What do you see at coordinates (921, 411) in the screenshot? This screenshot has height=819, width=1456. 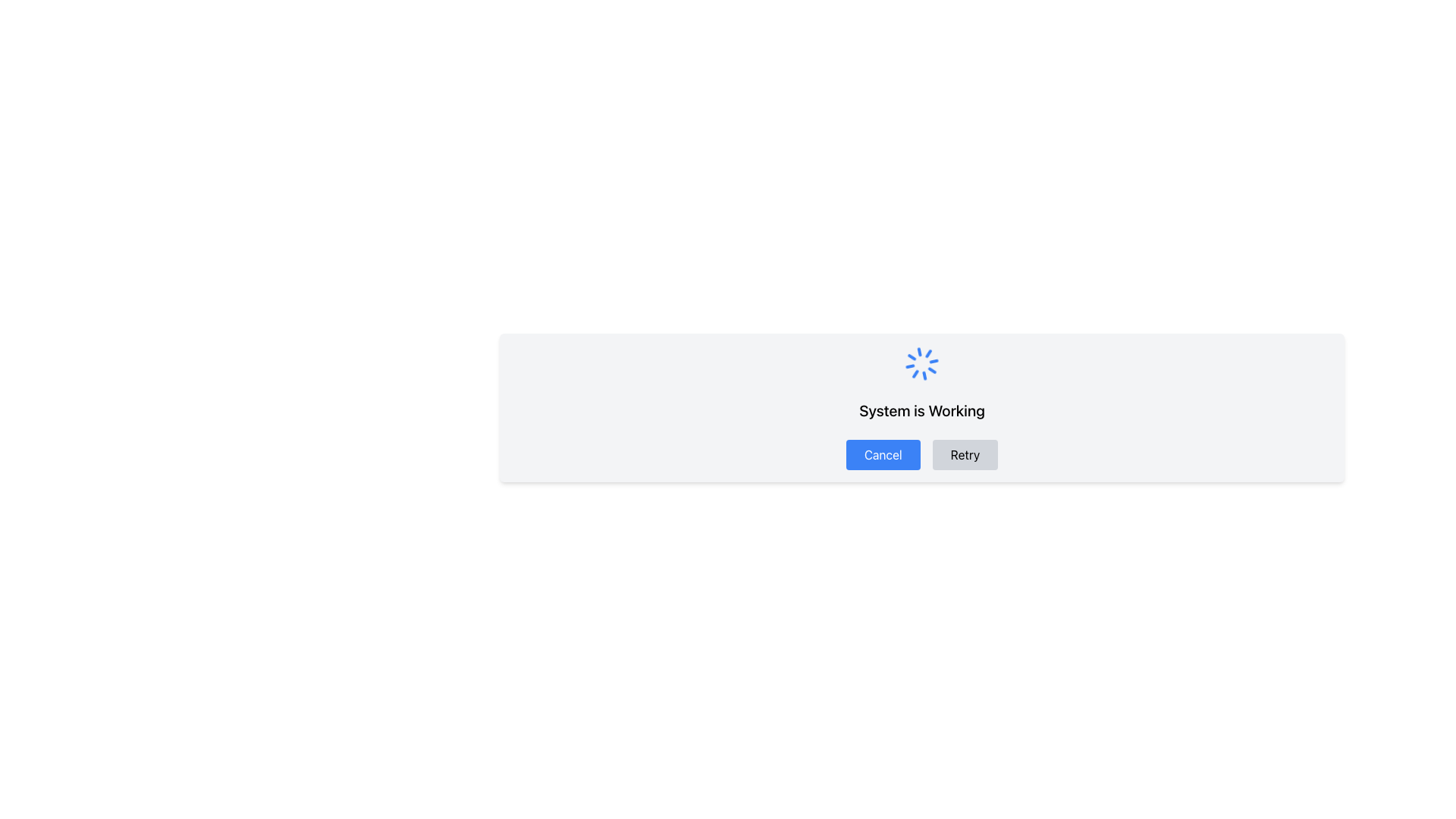 I see `the Text Label that indicates the system is currently operational, which is located slightly left aligned within a rectangular box containing a loader icon above and 'Cancel' and 'Retry' buttons below` at bounding box center [921, 411].